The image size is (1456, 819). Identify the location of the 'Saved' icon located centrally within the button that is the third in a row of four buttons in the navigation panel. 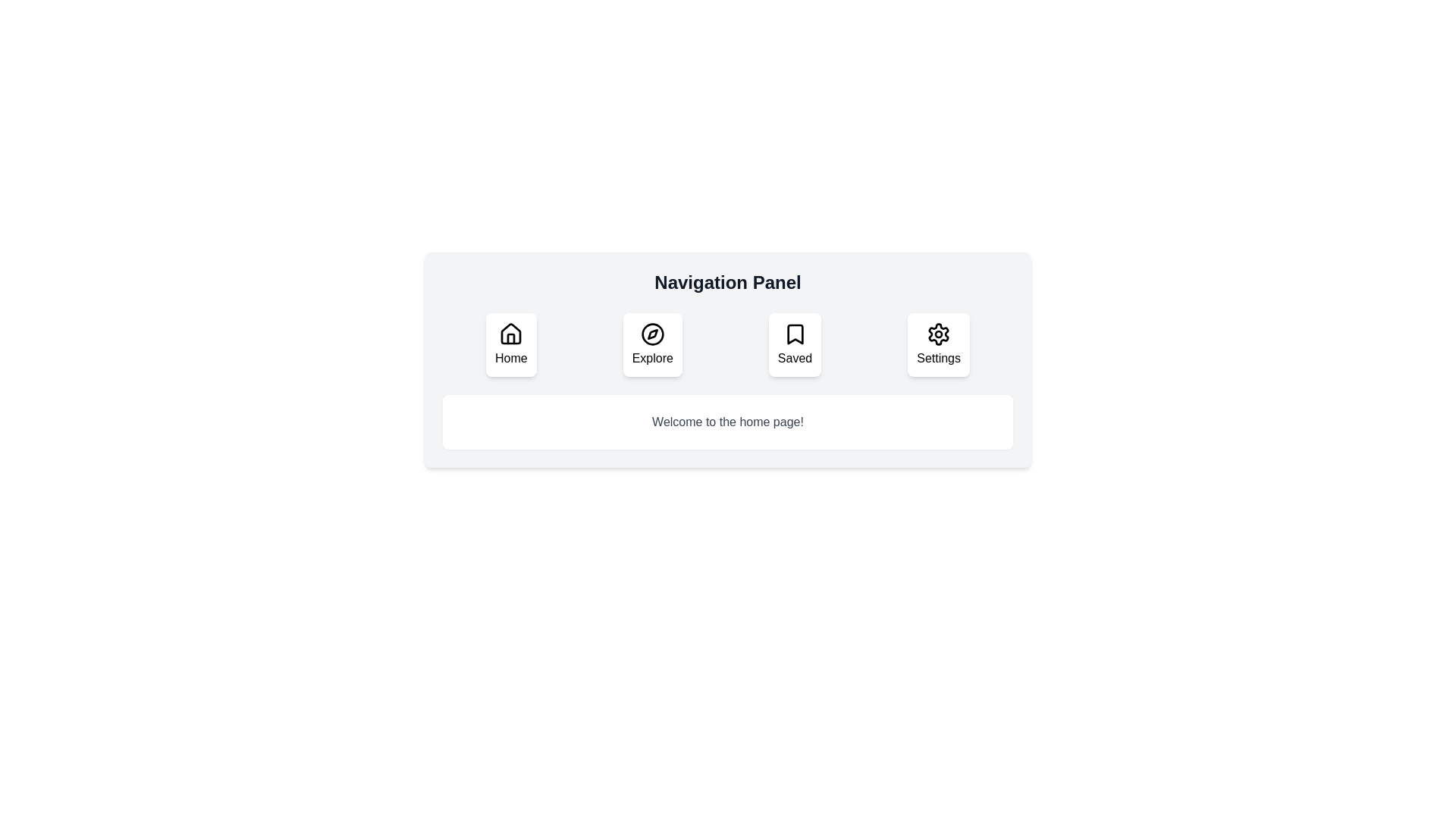
(794, 333).